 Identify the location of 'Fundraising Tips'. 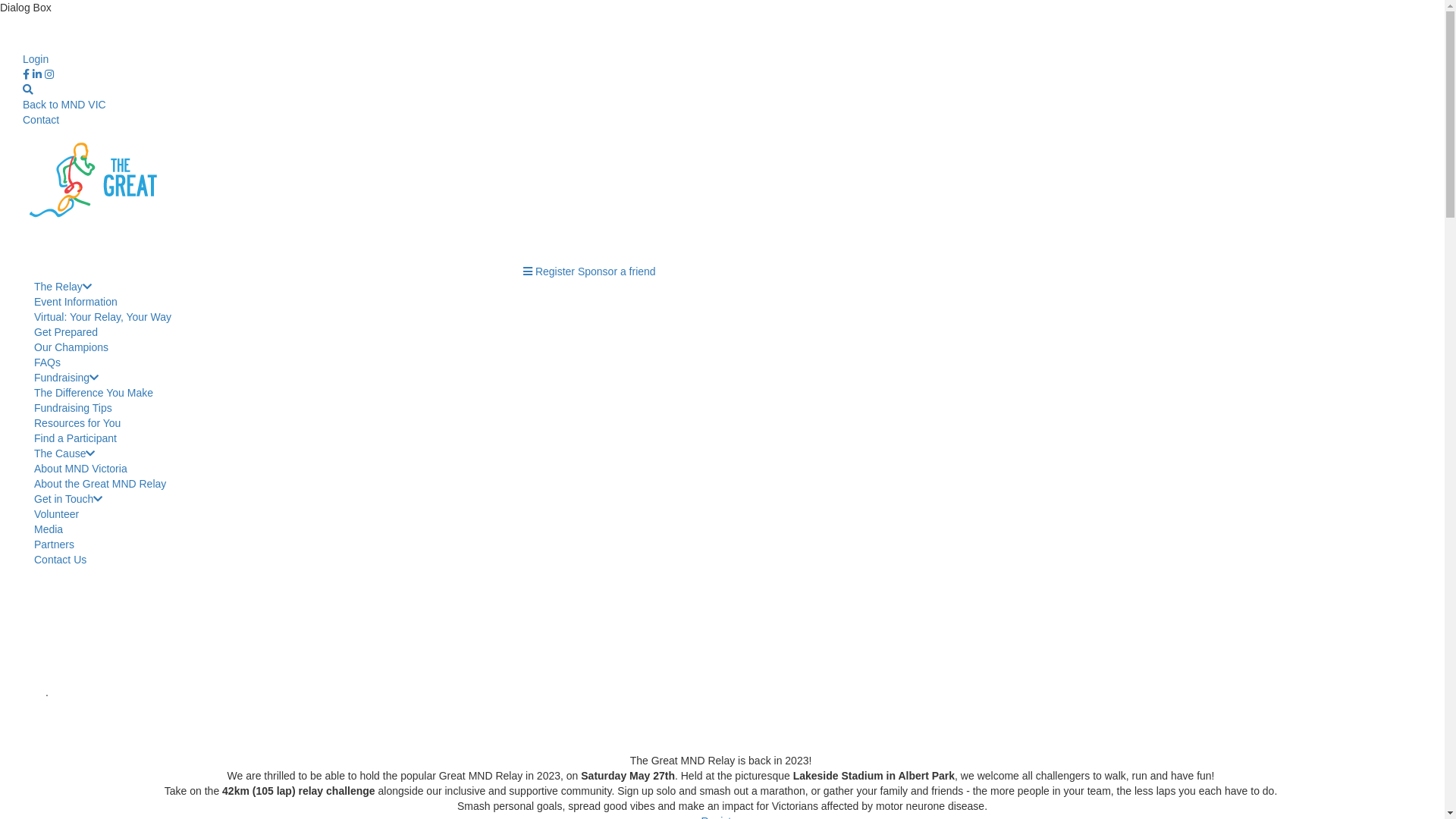
(72, 406).